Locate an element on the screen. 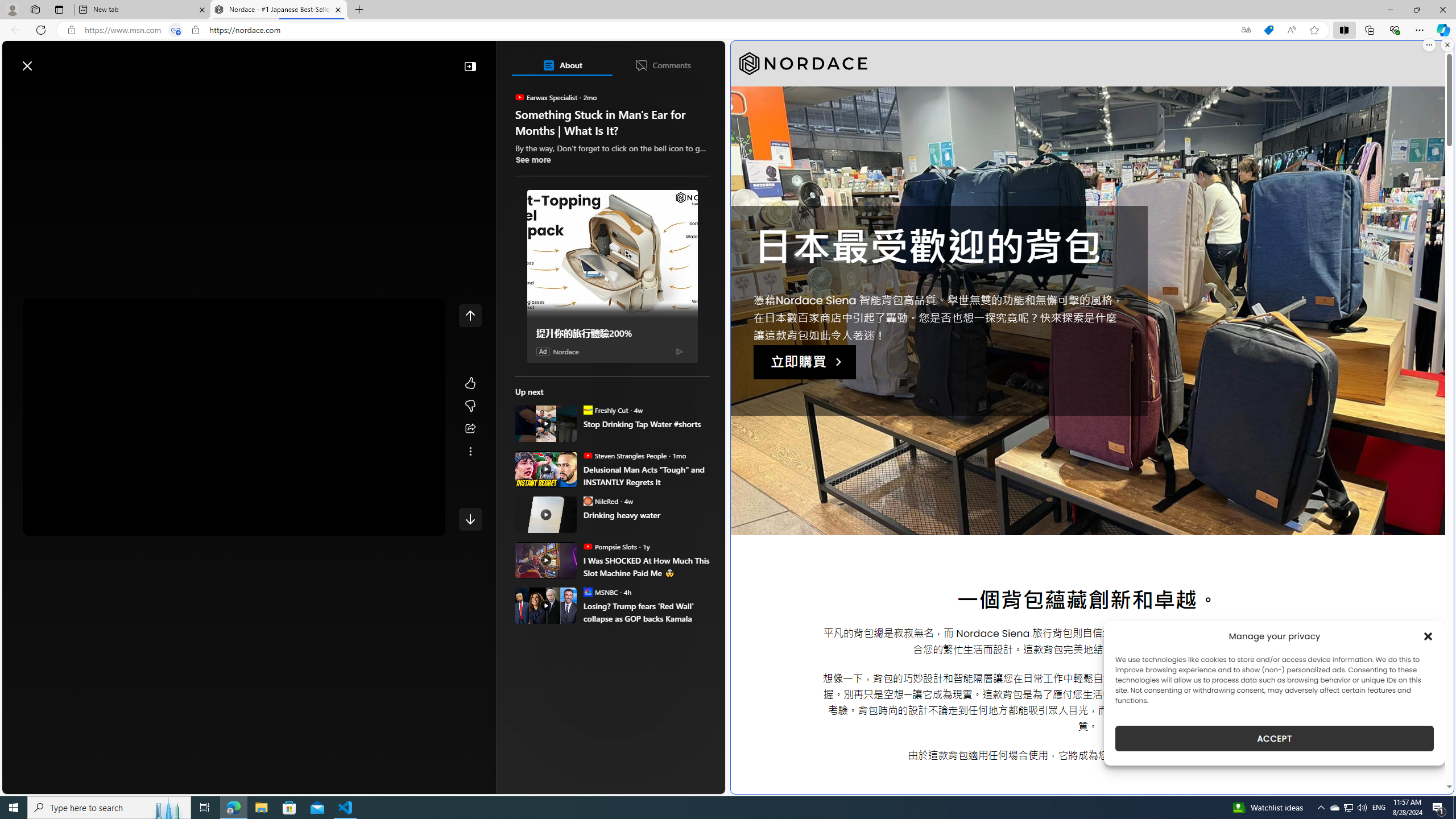 The width and height of the screenshot is (1456, 819). 'Delusional Man Acts "Tough" and INSTANTLY Regrets It' is located at coordinates (646, 475).